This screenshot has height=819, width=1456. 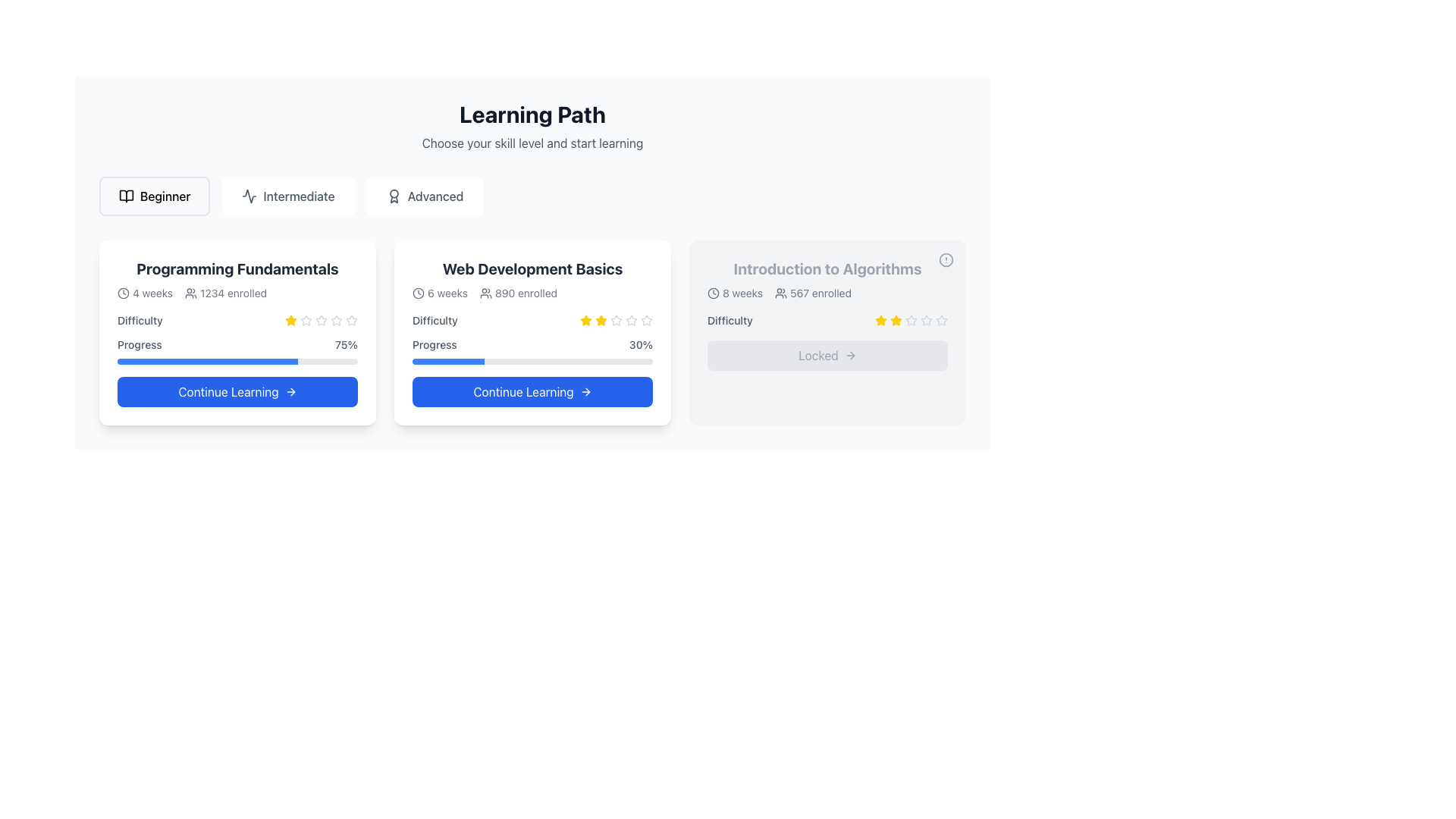 What do you see at coordinates (237, 338) in the screenshot?
I see `the 'Difficulty' and 'Progress' indicator section below the title 'Programming Fundamentals'` at bounding box center [237, 338].